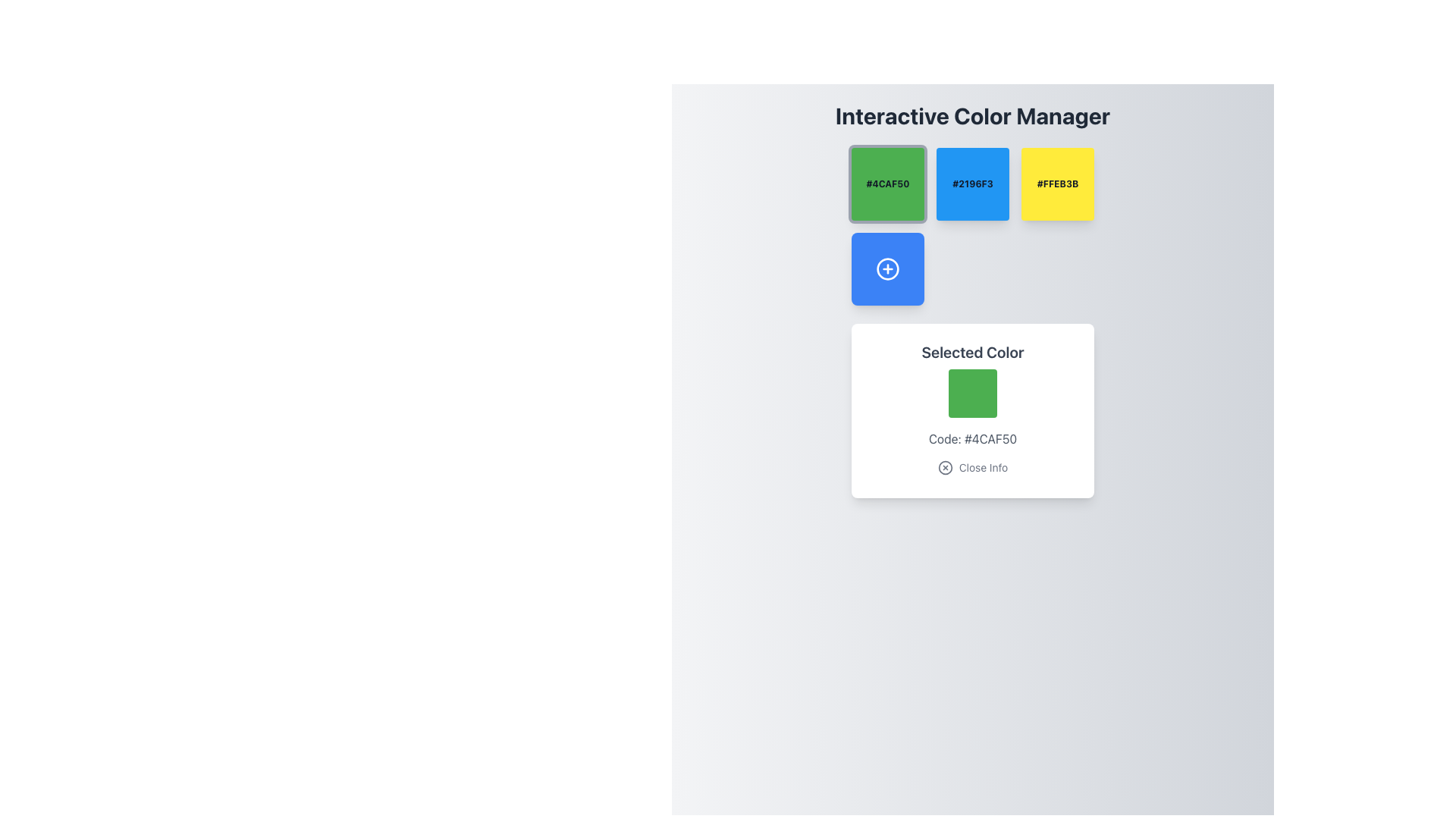 The height and width of the screenshot is (819, 1456). Describe the element at coordinates (888, 268) in the screenshot. I see `the SVG Circle that is centered within the blue button located in the second row and first column of the 'Interactive Color Manager' interface` at that location.